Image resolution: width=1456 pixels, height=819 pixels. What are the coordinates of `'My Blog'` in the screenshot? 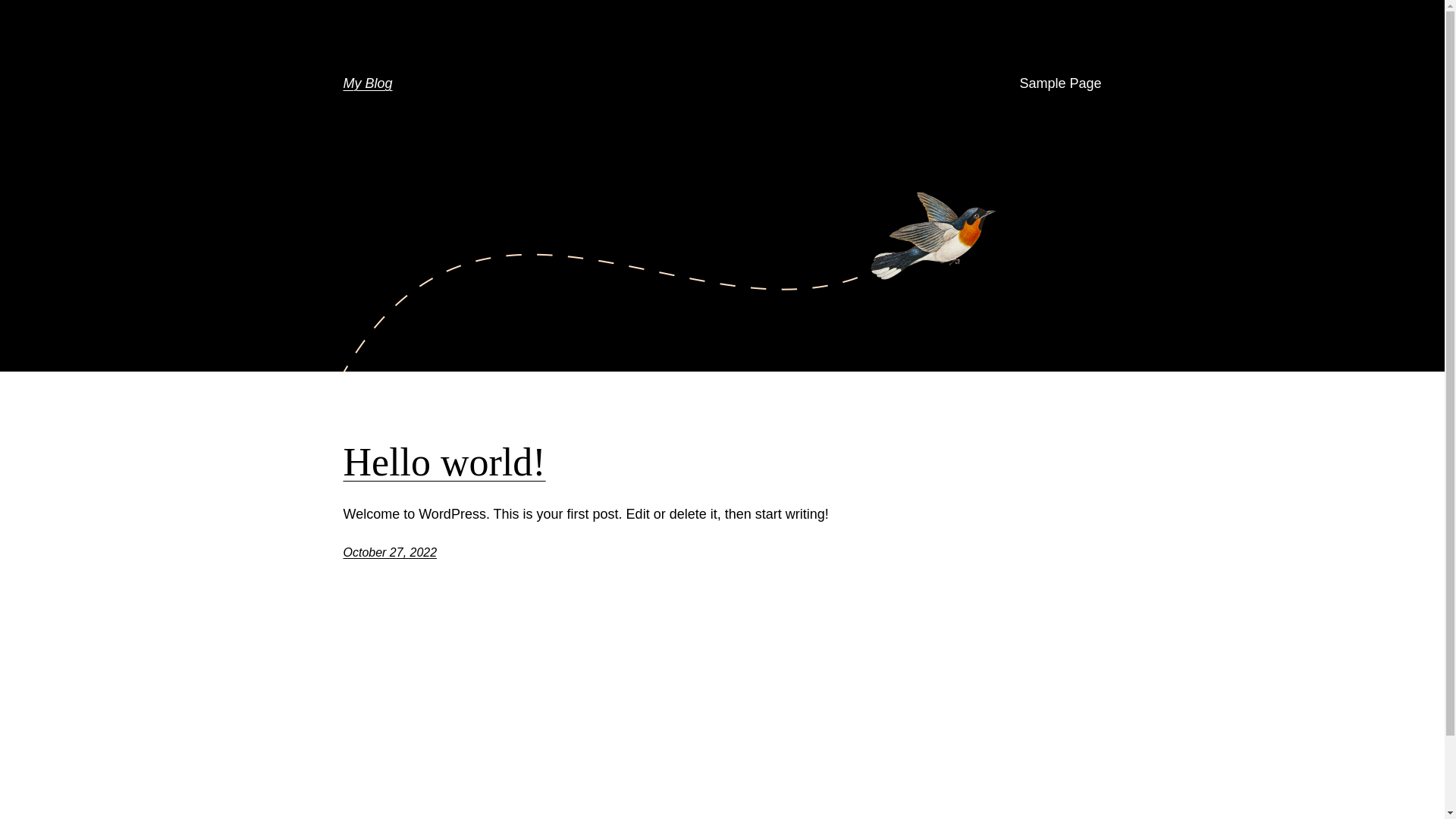 It's located at (367, 83).